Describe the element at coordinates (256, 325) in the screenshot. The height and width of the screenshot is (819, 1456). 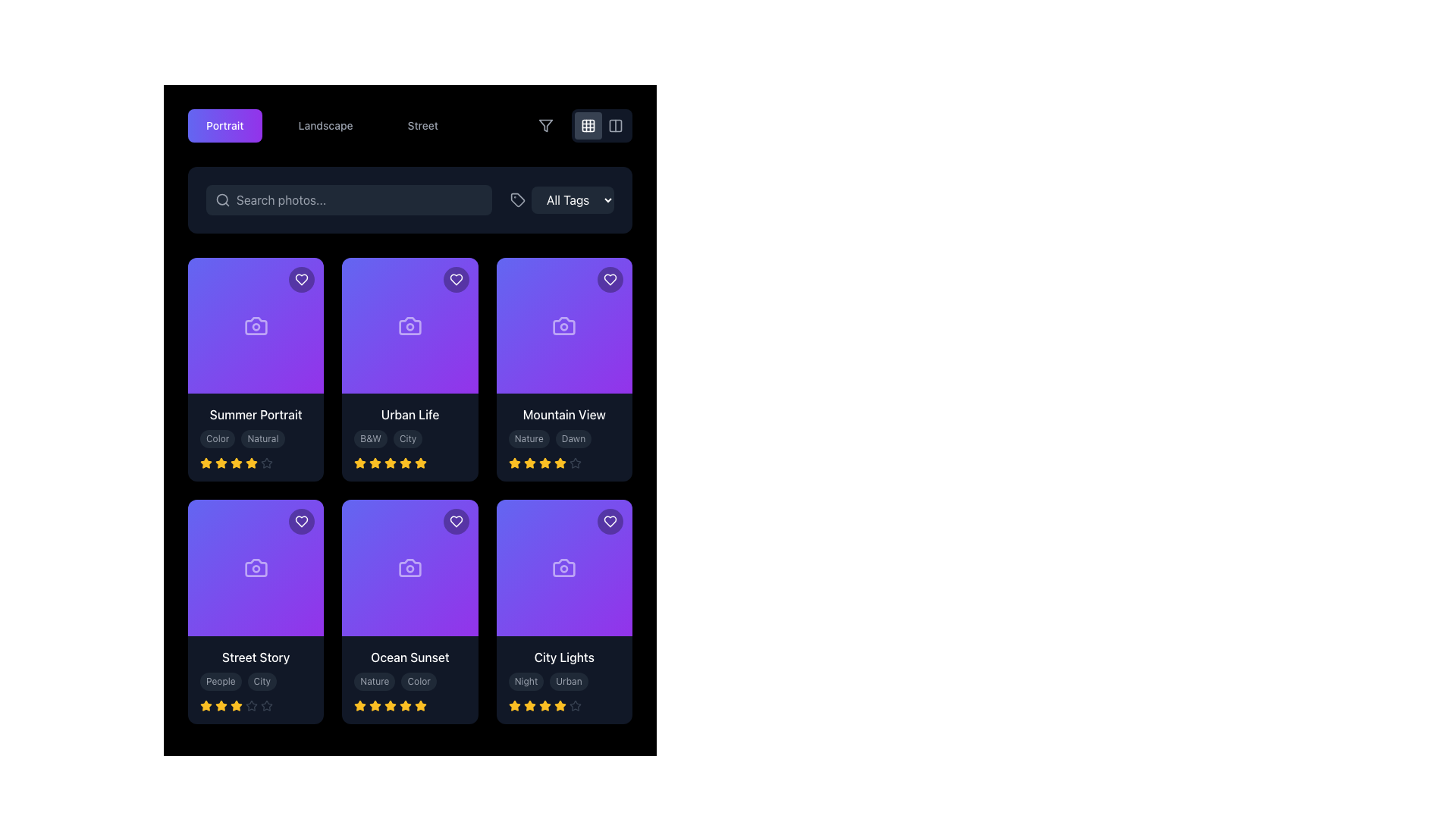
I see `the graphical representation of the camera icon located in the top-left card of the grid, above the 'Summer Portrait' text and star rating section` at that location.